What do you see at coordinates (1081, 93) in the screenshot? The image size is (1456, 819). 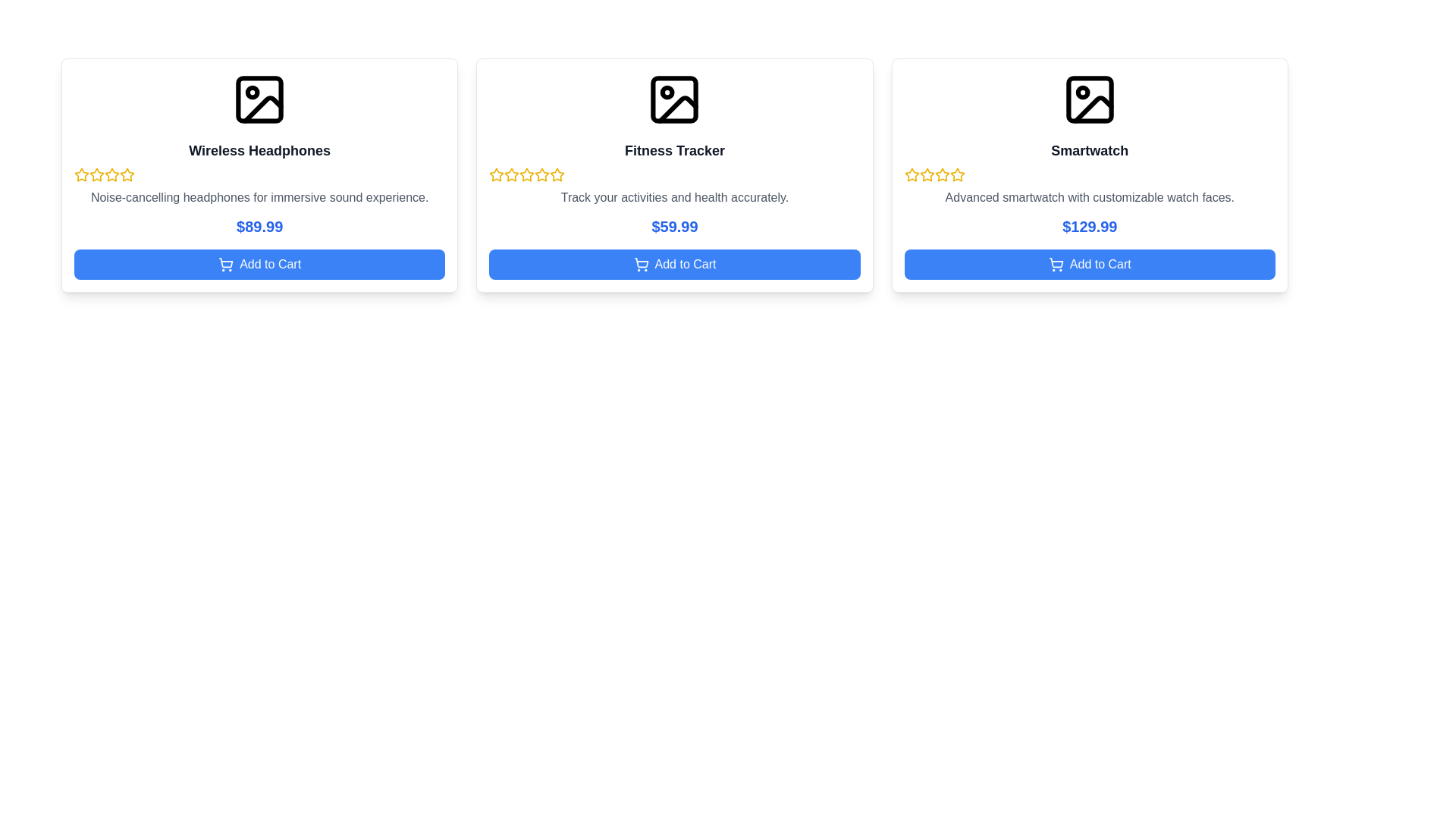 I see `the Icon Decoration located in the top-left corner of the Smartwatch card, which is the third card from the left in the set of horizontally-aligned cards` at bounding box center [1081, 93].